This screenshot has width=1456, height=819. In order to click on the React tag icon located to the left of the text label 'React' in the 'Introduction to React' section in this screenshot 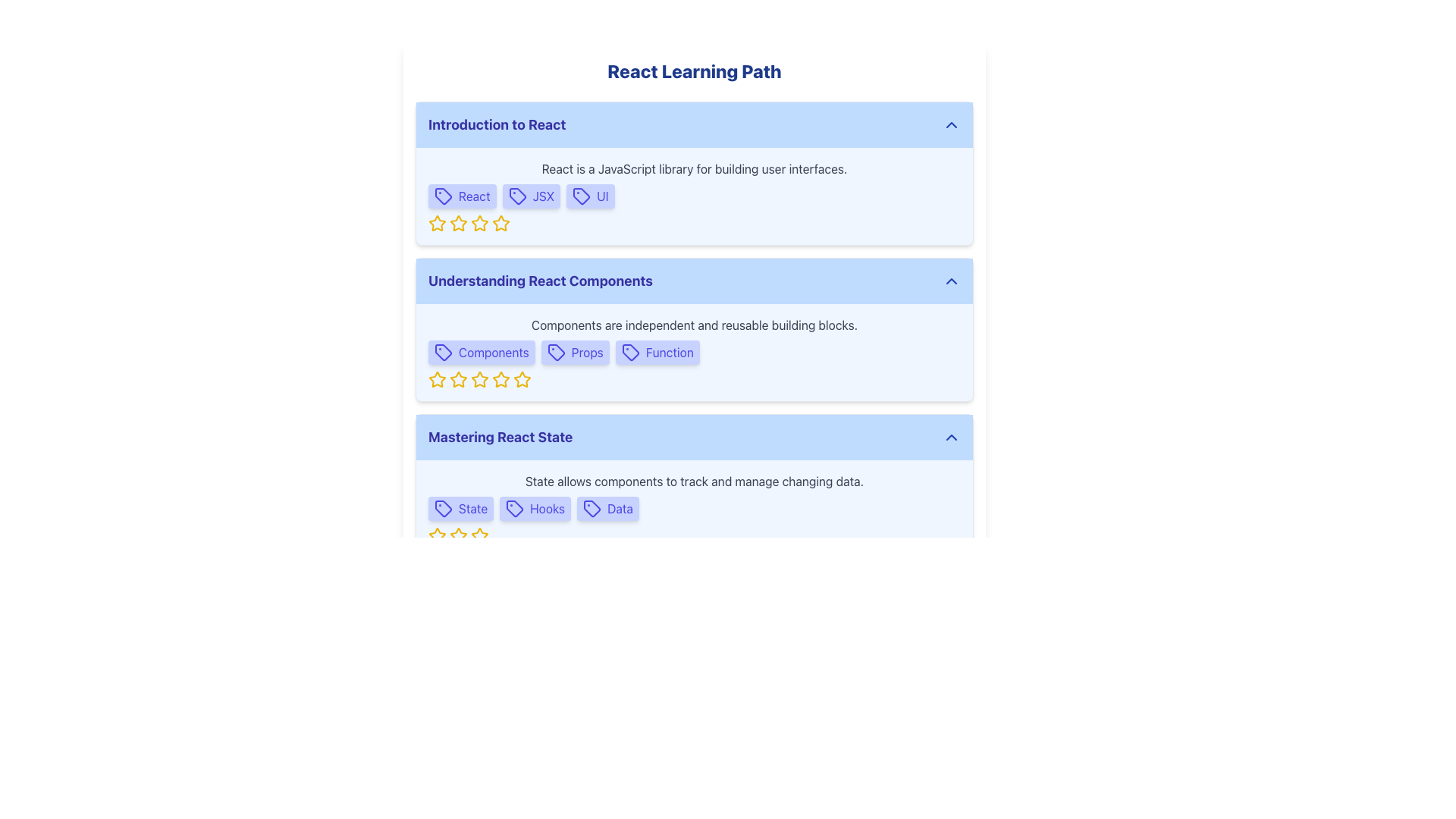, I will do `click(443, 195)`.